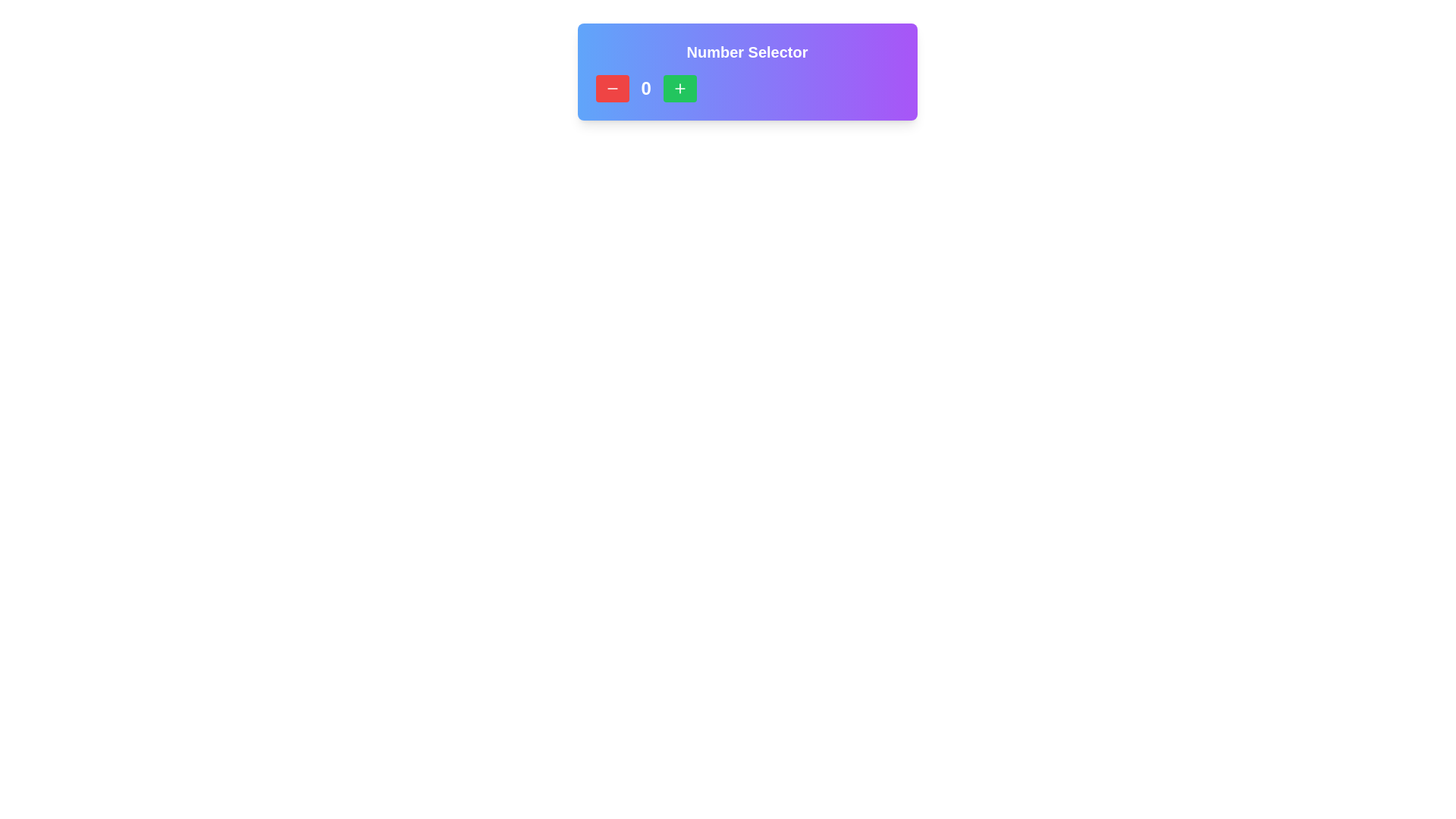 The image size is (1456, 819). What do you see at coordinates (646, 88) in the screenshot?
I see `the text label displaying the numeral '0' which is centrally located between a red minus button and a green plus button` at bounding box center [646, 88].